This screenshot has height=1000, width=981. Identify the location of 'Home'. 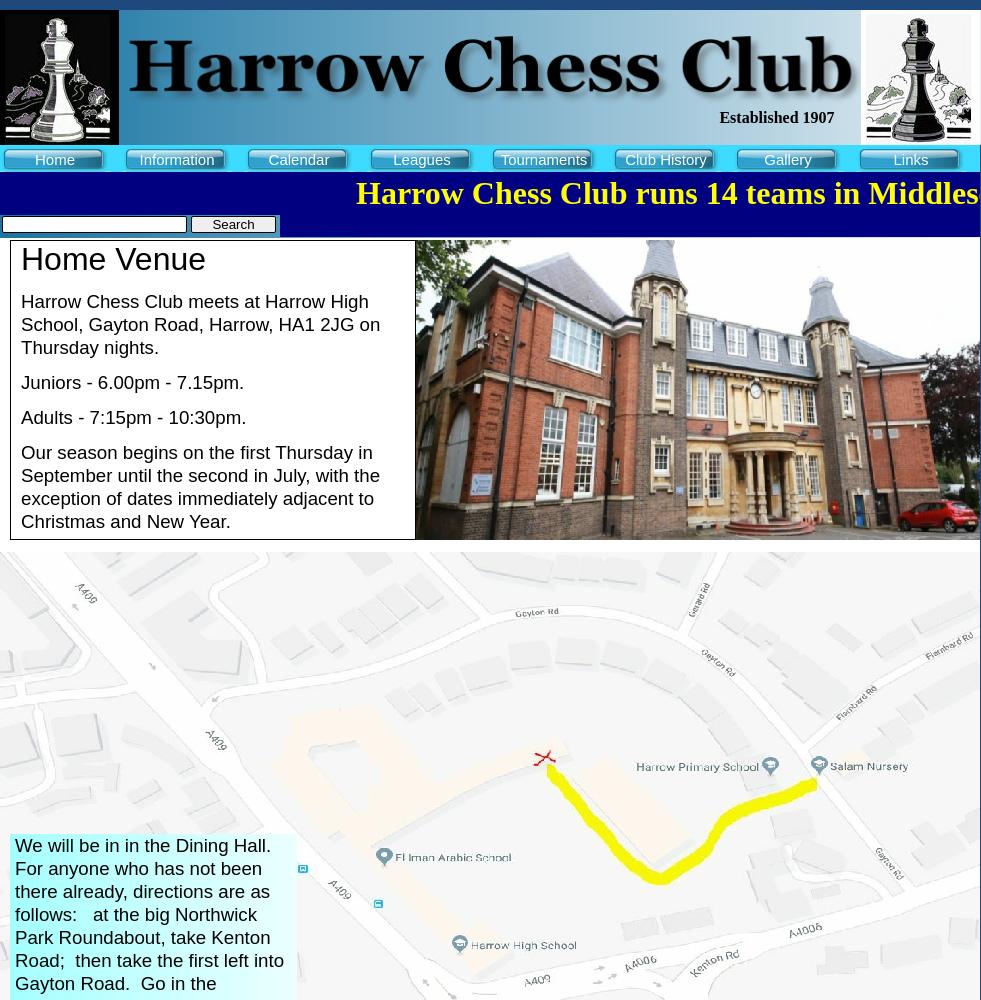
(53, 159).